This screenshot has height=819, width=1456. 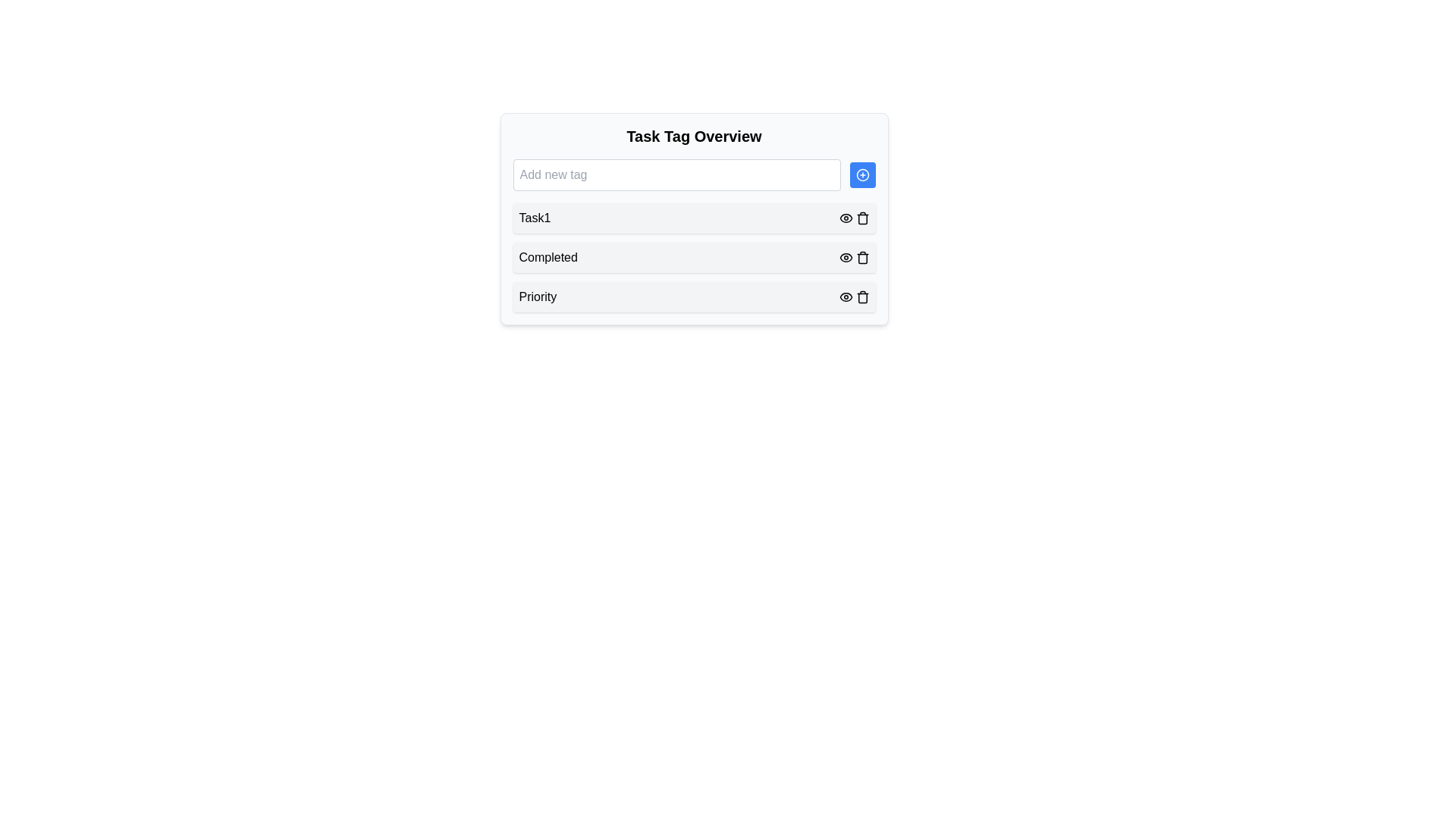 What do you see at coordinates (845, 297) in the screenshot?
I see `the eye icon representing visibility control located in the 'Task Tag Overview' card layout` at bounding box center [845, 297].